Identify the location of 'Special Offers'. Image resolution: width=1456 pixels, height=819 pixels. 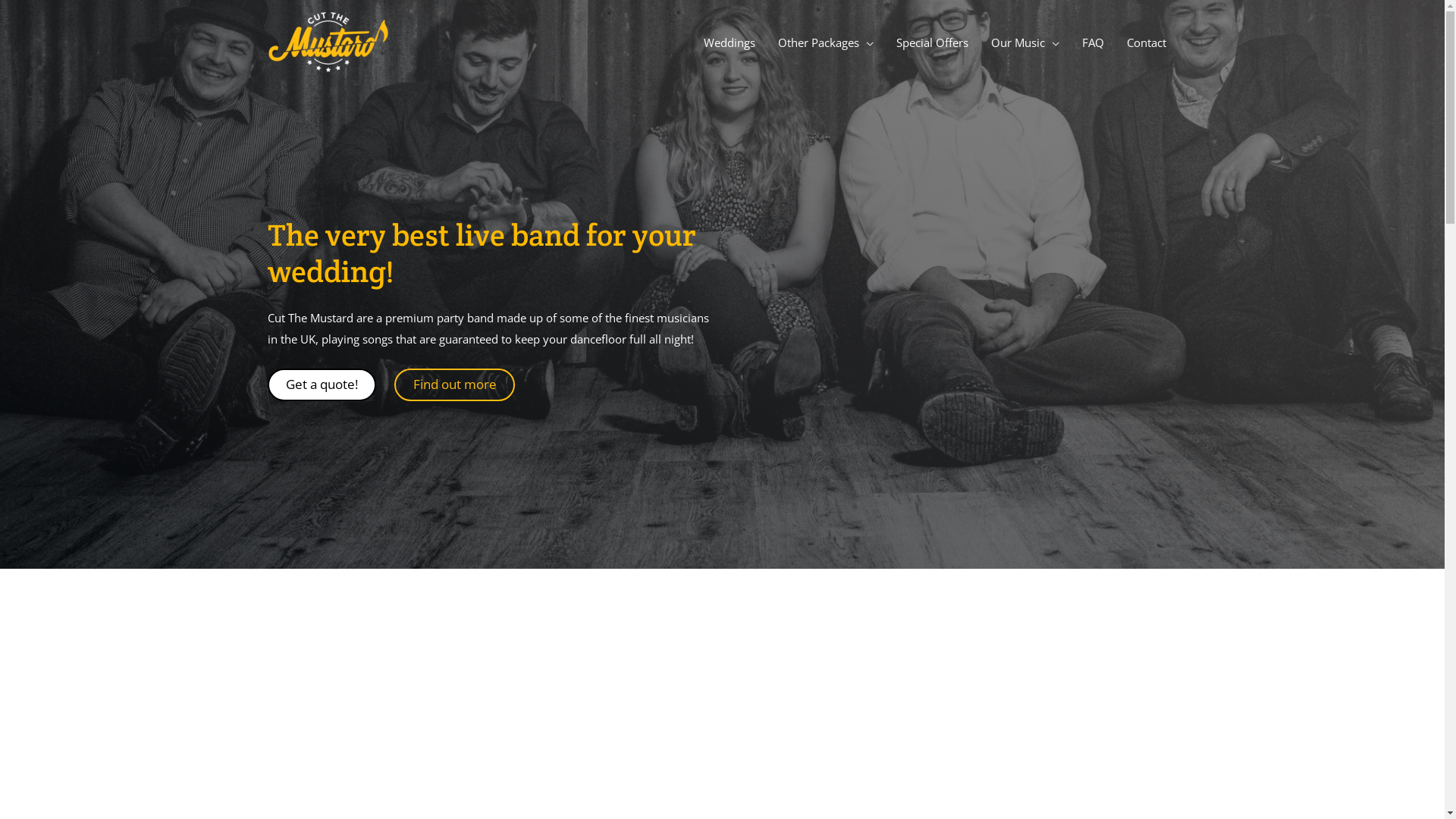
(930, 40).